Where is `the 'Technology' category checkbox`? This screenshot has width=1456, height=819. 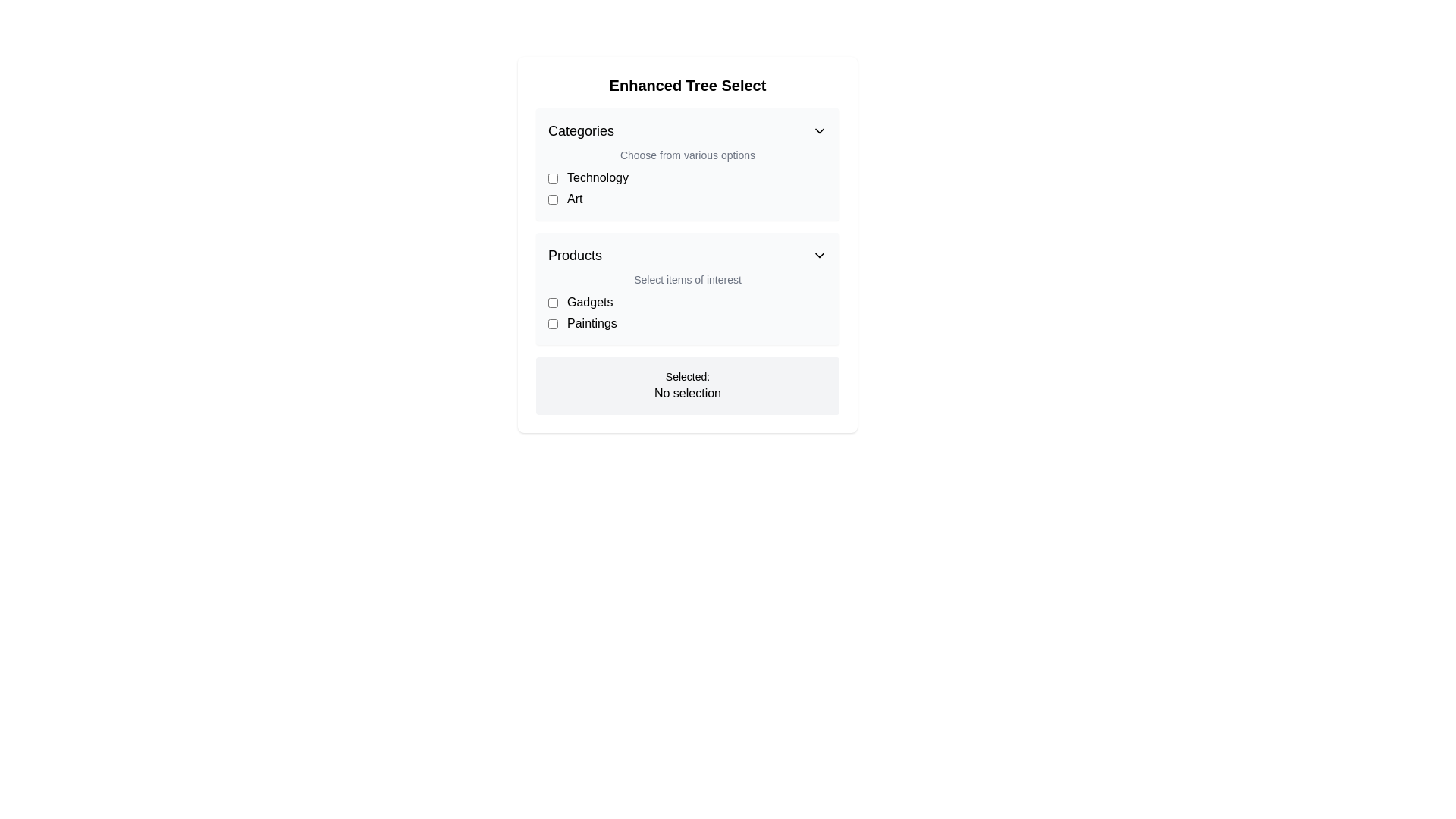
the 'Technology' category checkbox is located at coordinates (687, 177).